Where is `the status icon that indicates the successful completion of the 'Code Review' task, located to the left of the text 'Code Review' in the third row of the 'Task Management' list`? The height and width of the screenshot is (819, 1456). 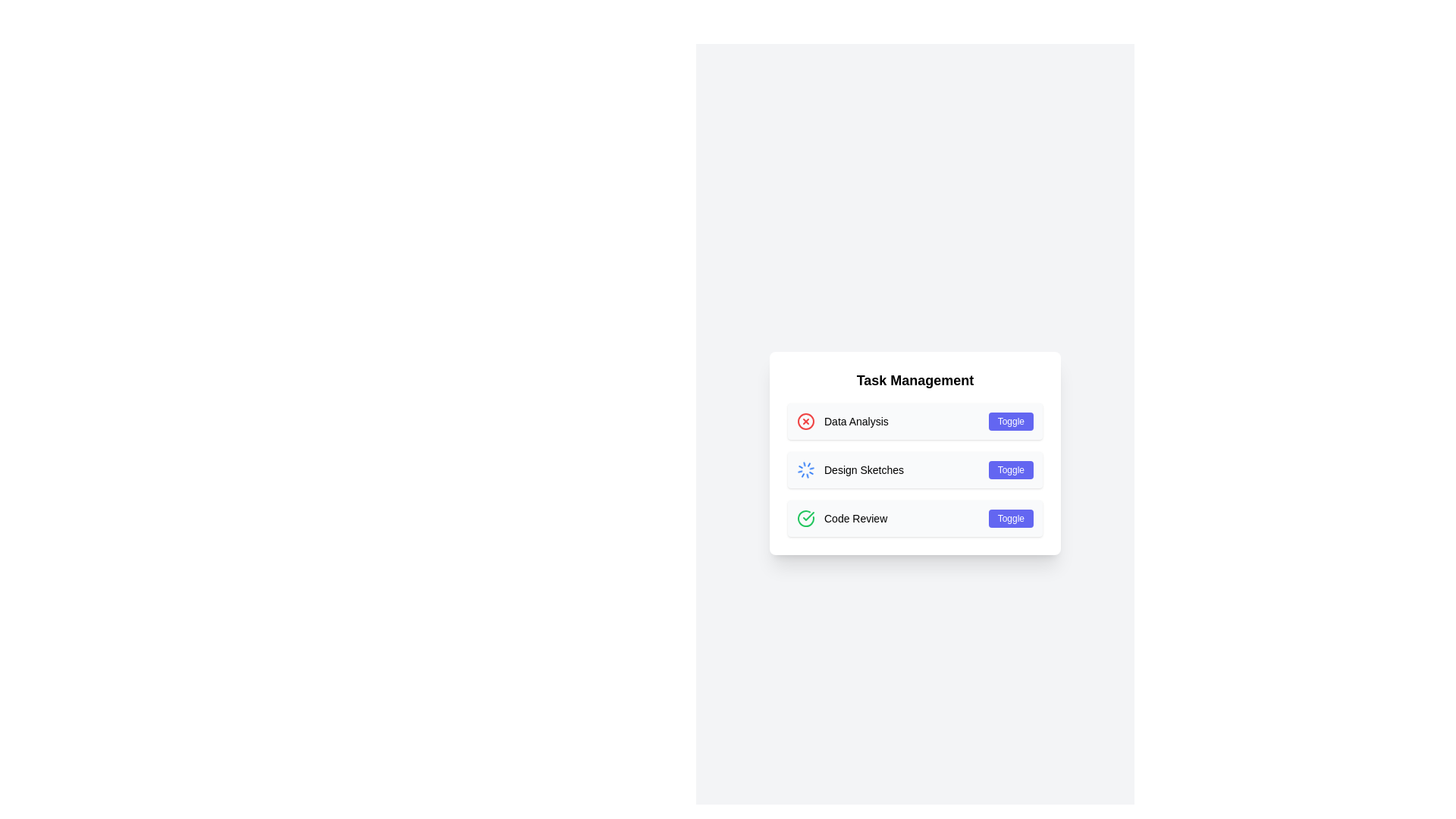
the status icon that indicates the successful completion of the 'Code Review' task, located to the left of the text 'Code Review' in the third row of the 'Task Management' list is located at coordinates (805, 517).